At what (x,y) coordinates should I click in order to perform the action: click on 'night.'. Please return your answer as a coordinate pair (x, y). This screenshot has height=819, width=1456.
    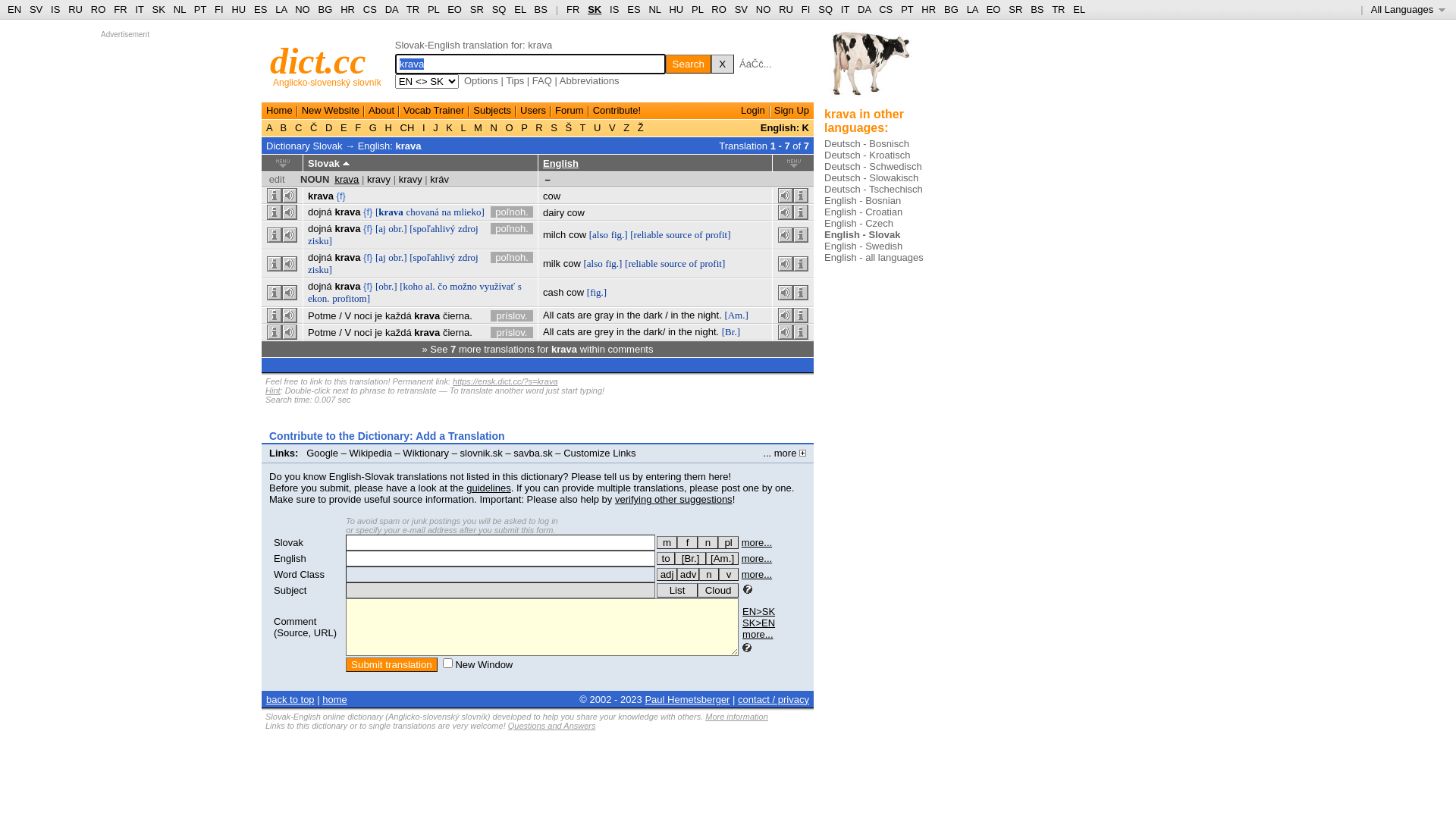
    Looking at the image, I should click on (705, 331).